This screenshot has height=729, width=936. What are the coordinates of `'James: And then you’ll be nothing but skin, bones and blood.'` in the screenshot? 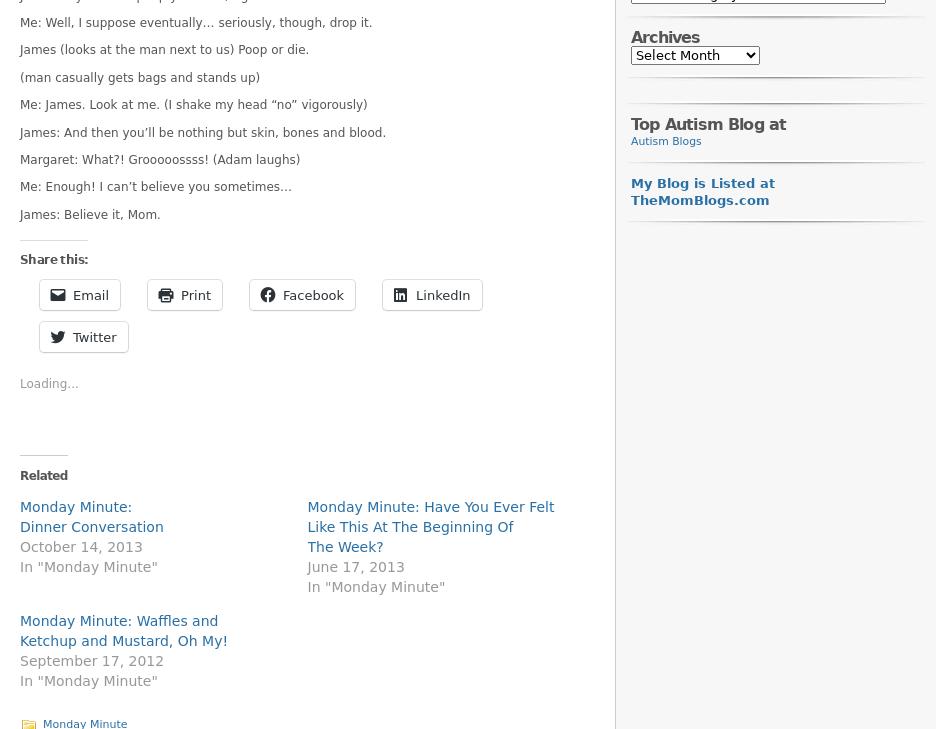 It's located at (203, 131).